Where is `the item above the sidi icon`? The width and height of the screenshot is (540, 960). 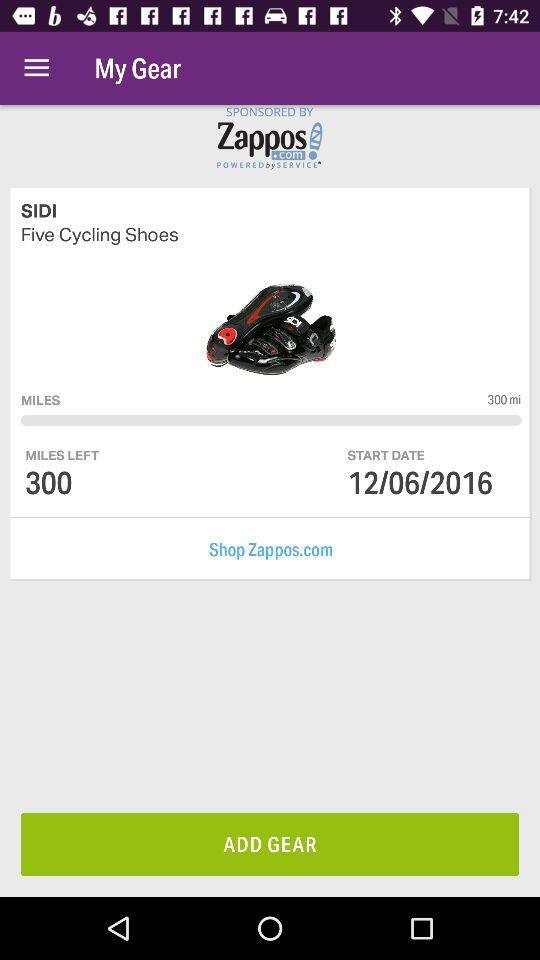
the item above the sidi icon is located at coordinates (36, 68).